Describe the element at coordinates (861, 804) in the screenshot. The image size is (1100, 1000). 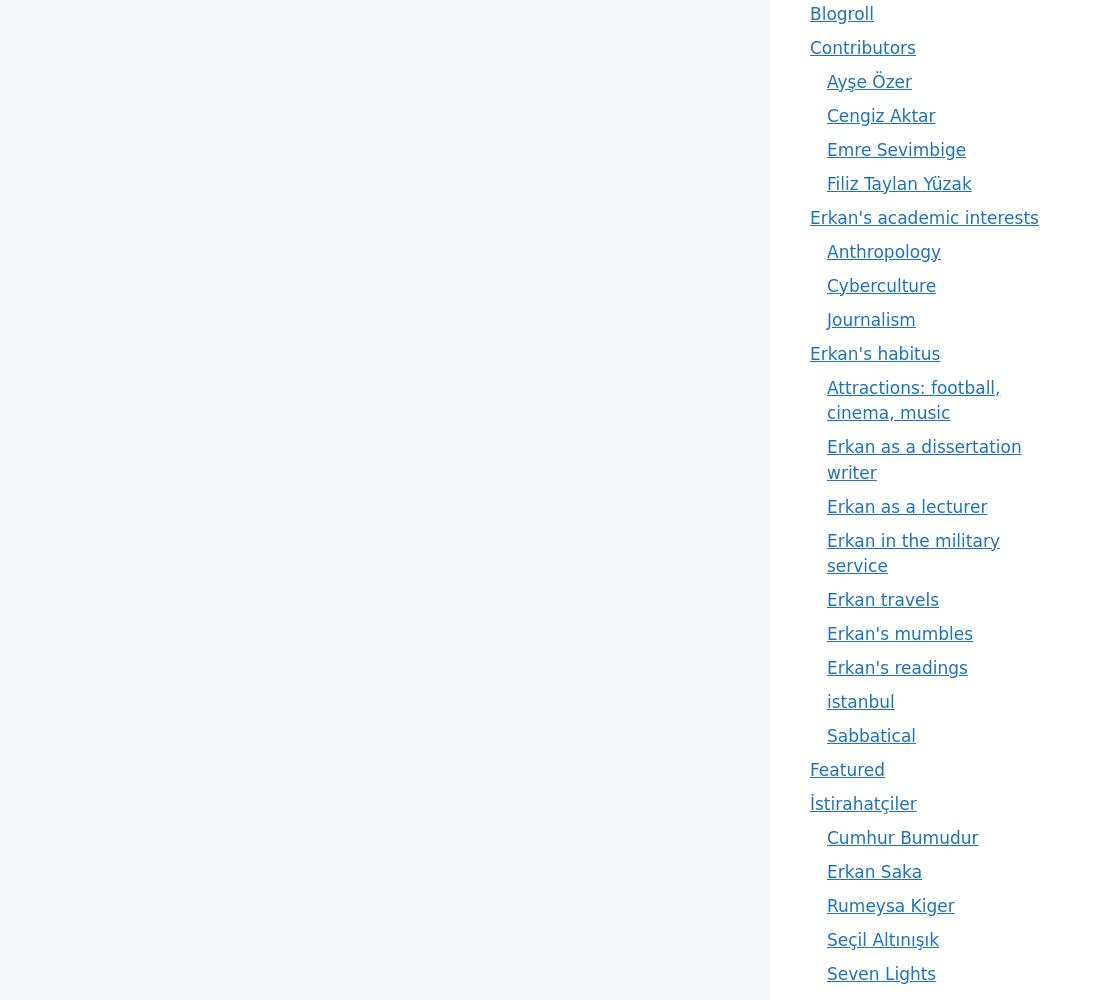
I see `'İstirahatçiler'` at that location.